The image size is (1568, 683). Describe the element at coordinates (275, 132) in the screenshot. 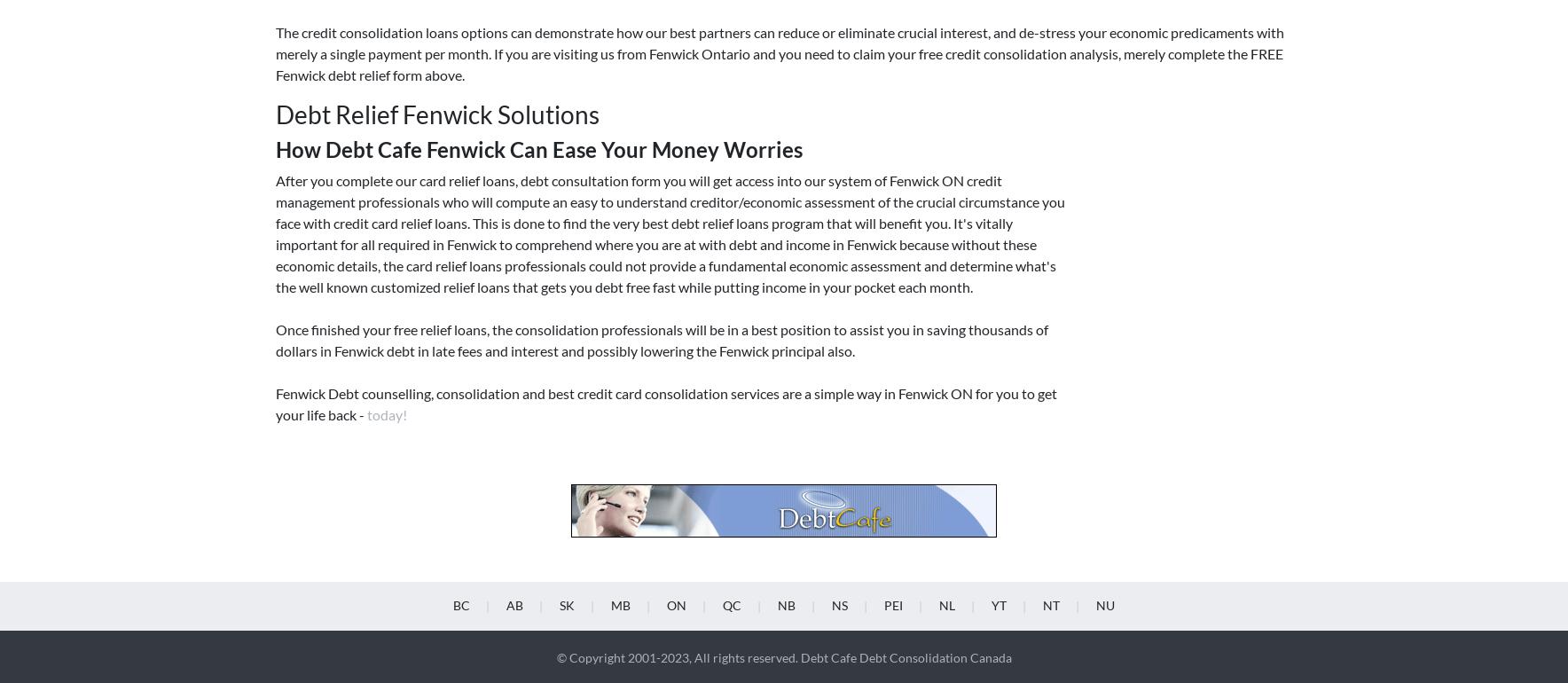

I see `'Fenwick Debt counselling, consolidation and best credit card consolidation services are a simple way in Fenwick ON for you to get your life back -'` at that location.